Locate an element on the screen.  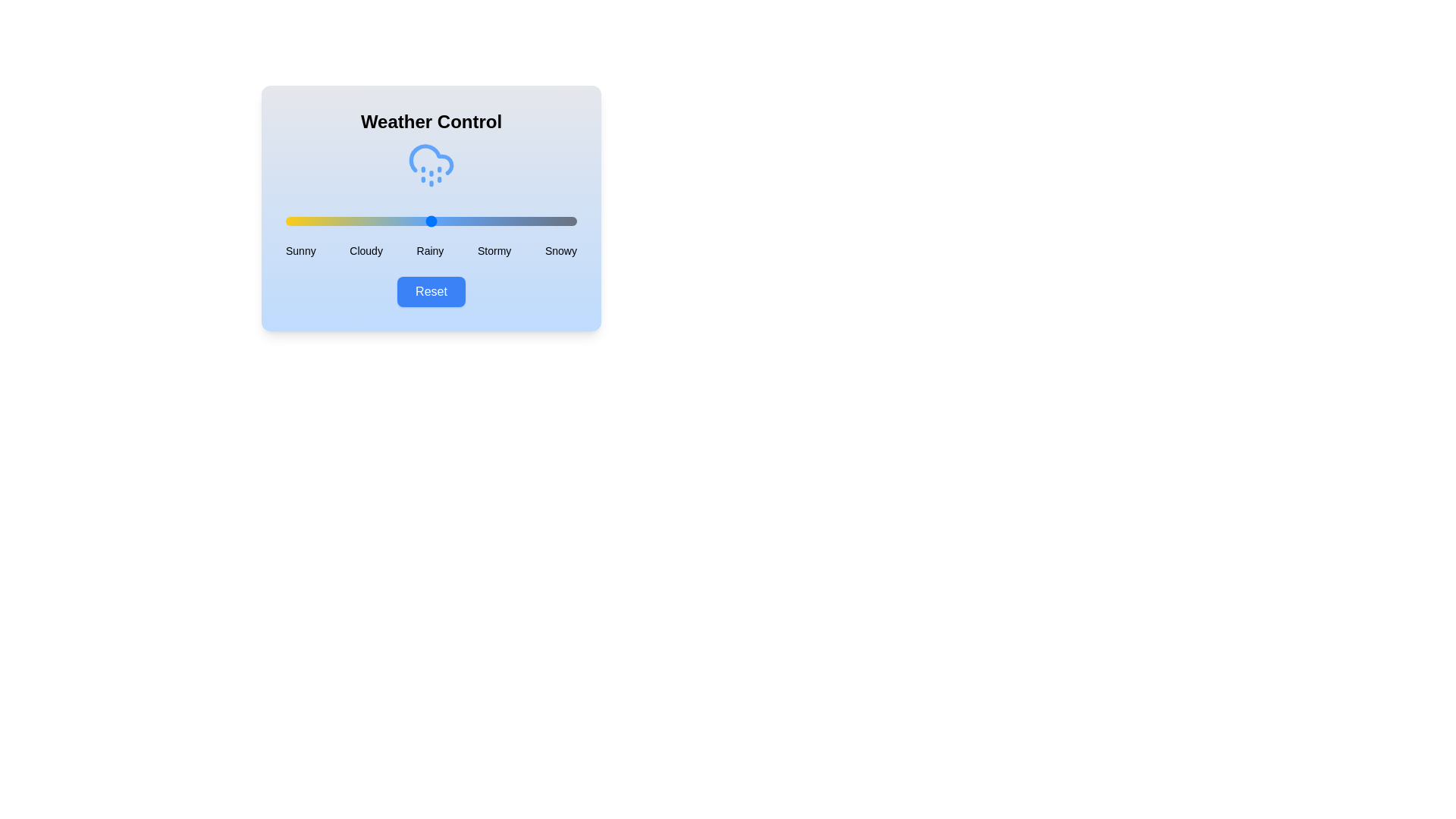
Reset button to reset the weather condition is located at coordinates (430, 292).